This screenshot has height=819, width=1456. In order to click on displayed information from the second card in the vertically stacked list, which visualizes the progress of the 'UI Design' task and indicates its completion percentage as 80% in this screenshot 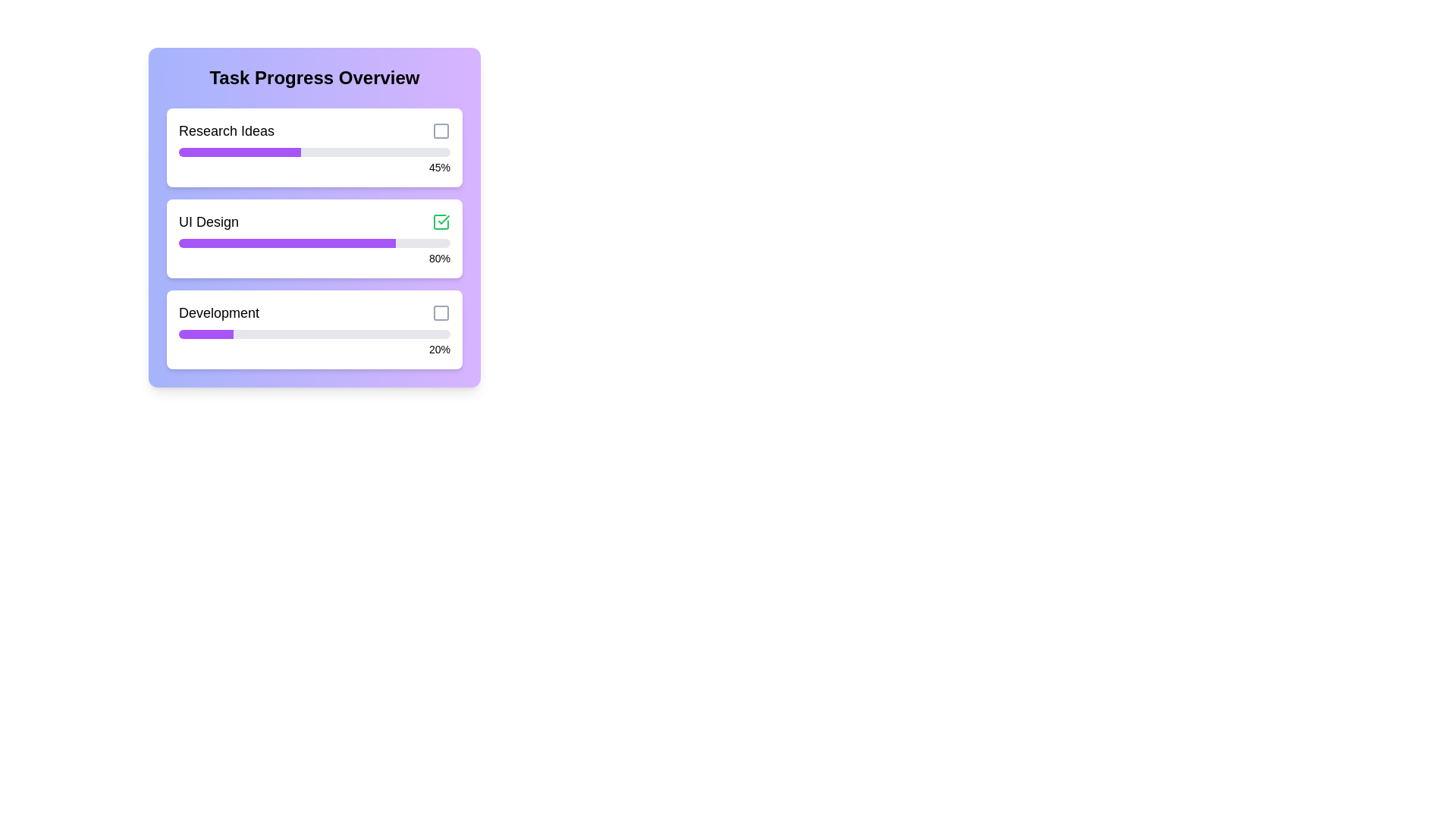, I will do `click(313, 239)`.